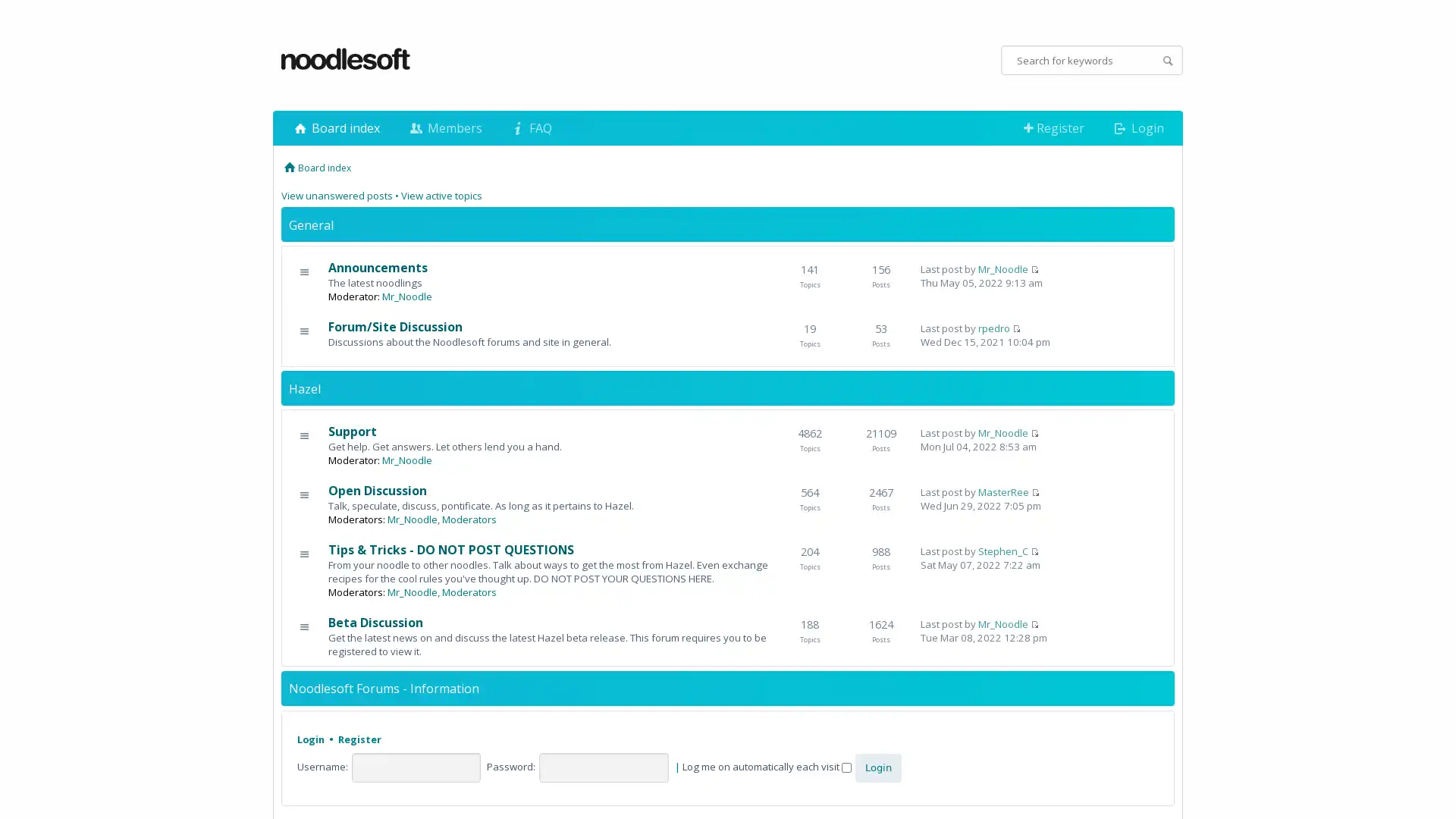 The width and height of the screenshot is (1456, 819). I want to click on Login, so click(877, 767).